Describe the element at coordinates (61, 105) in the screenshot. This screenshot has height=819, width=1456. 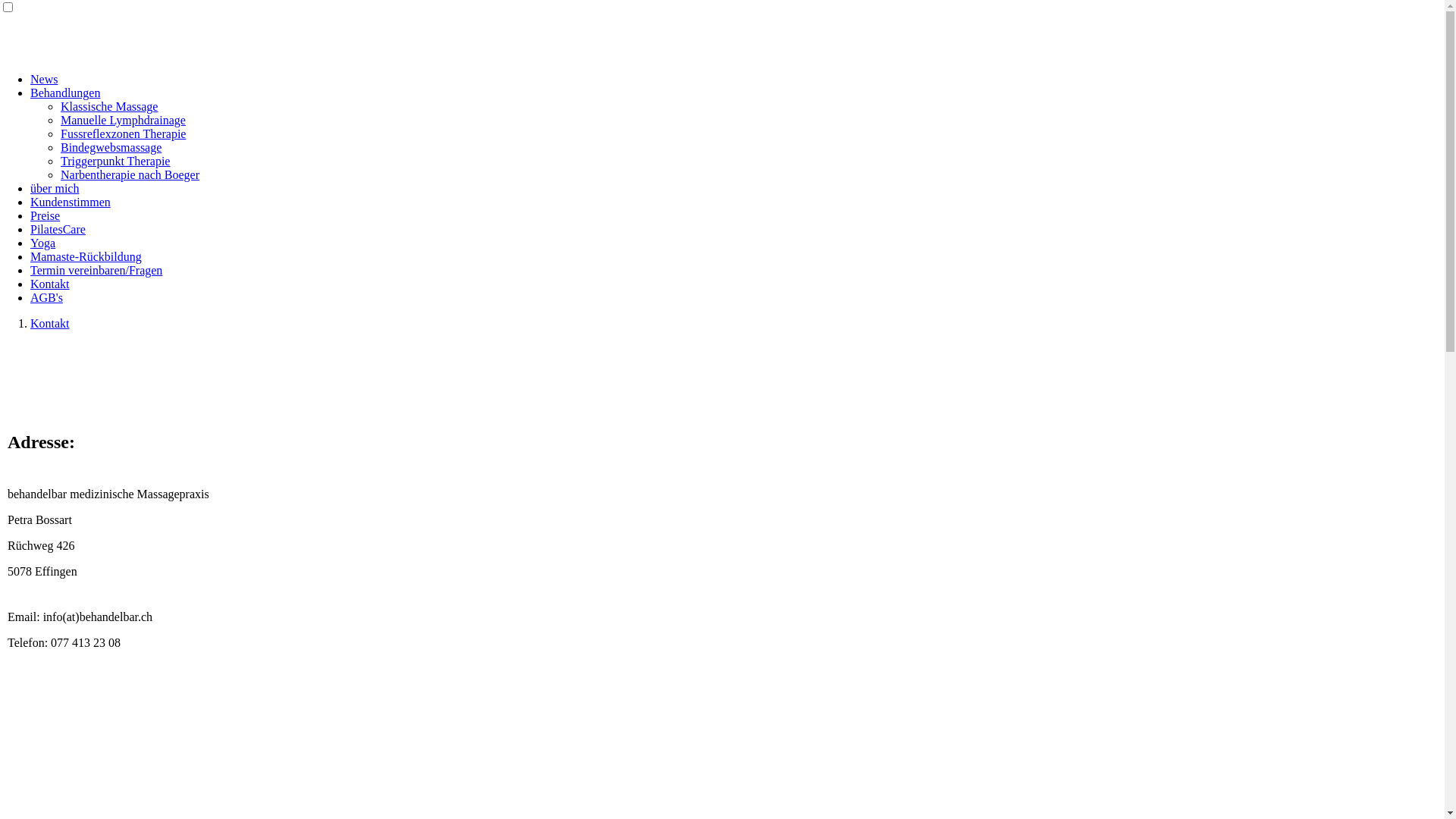
I see `'Klassische Massage'` at that location.